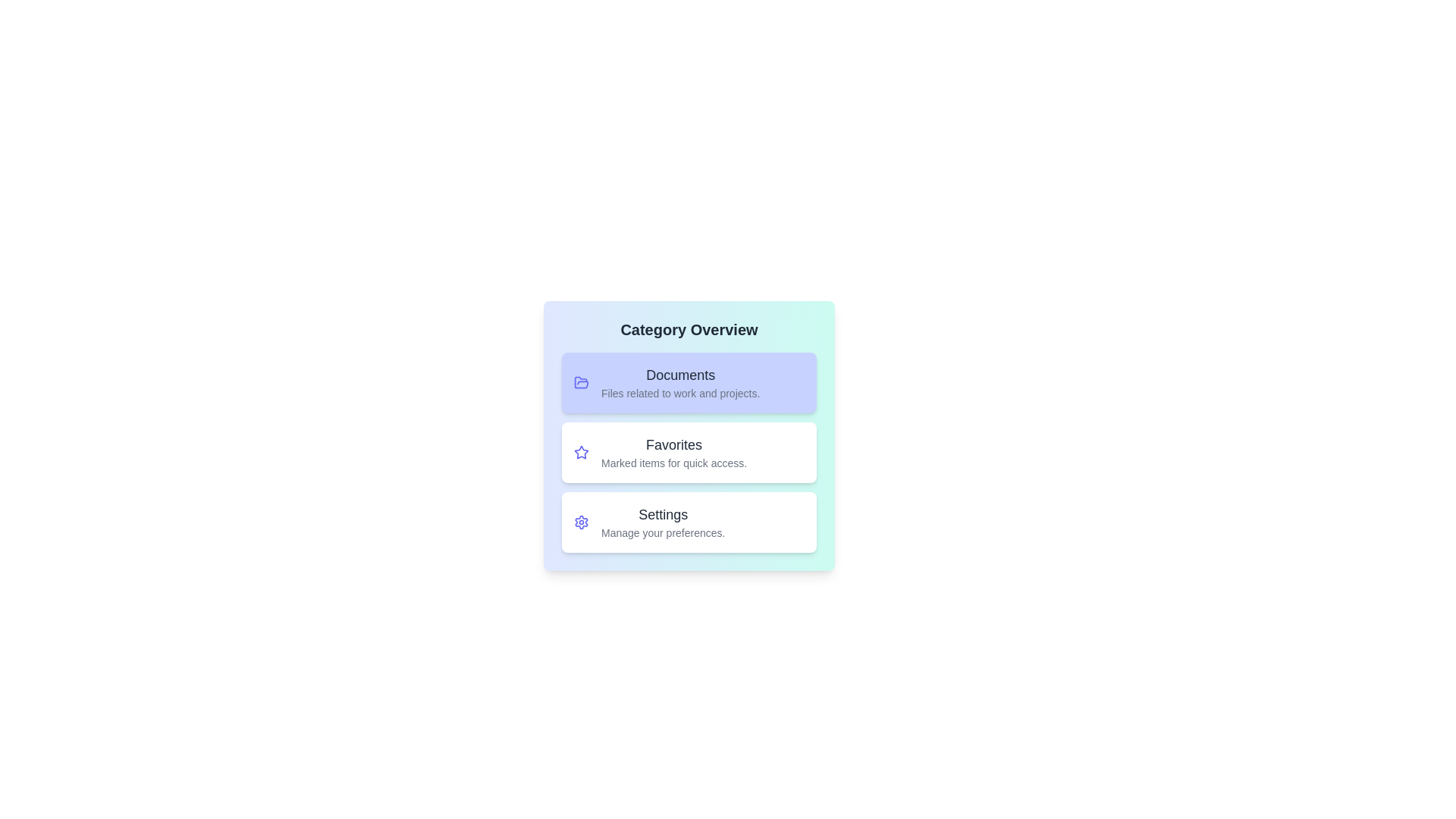 This screenshot has width=1456, height=819. What do you see at coordinates (688, 382) in the screenshot?
I see `the category Documents to observe the hover effect` at bounding box center [688, 382].